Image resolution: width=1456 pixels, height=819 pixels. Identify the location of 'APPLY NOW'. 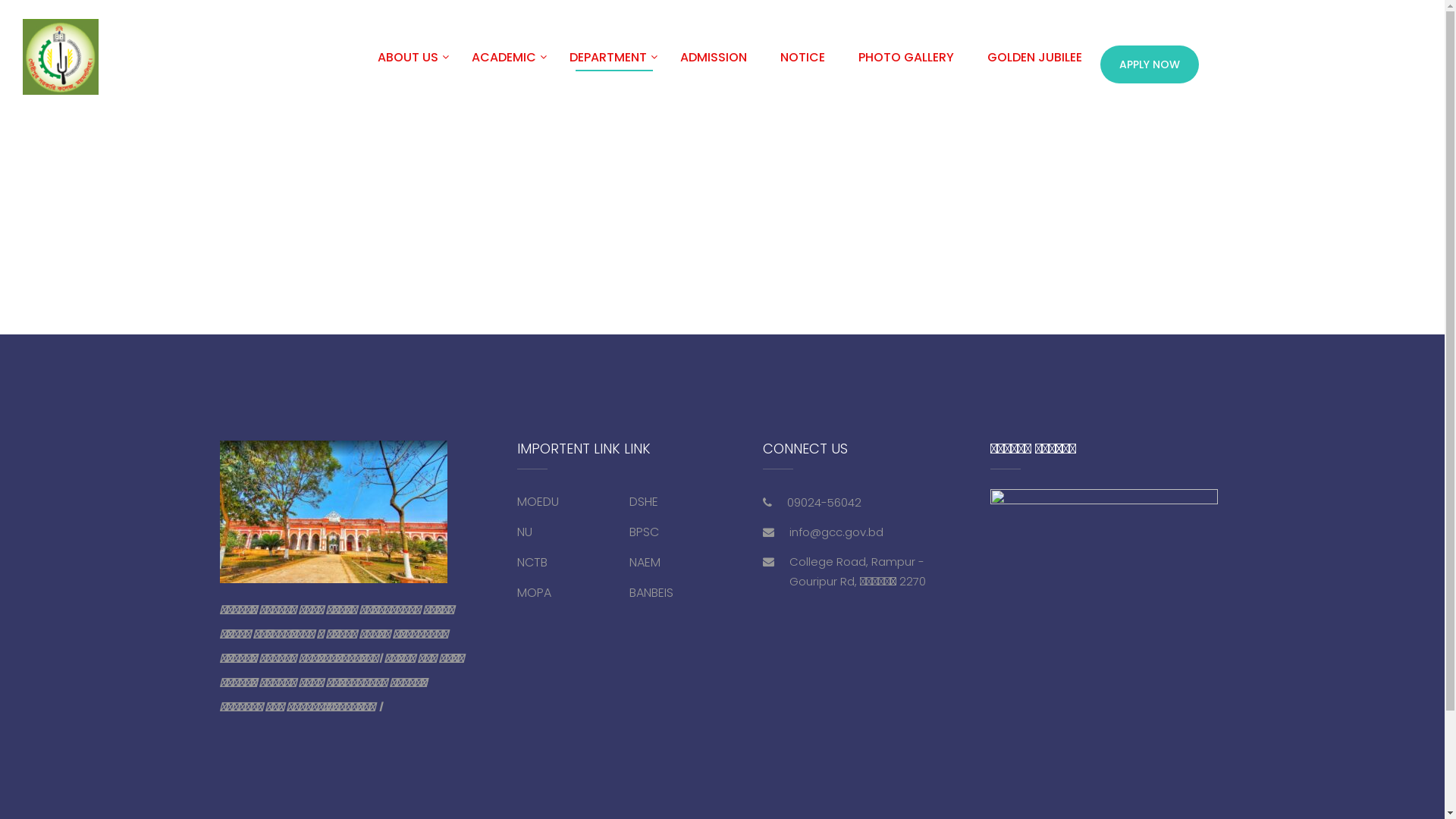
(1150, 63).